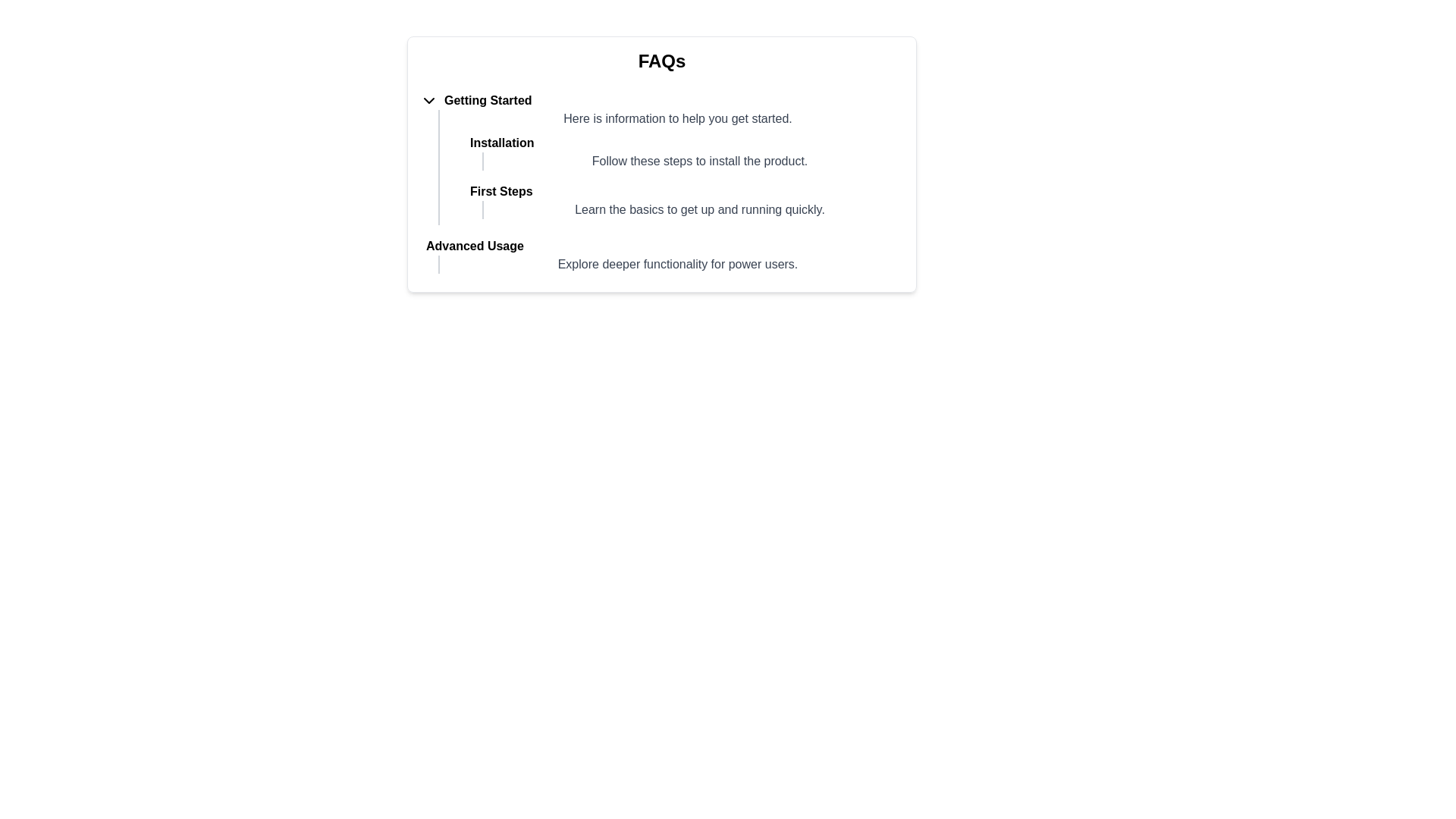 The width and height of the screenshot is (1456, 819). What do you see at coordinates (662, 245) in the screenshot?
I see `the text label element located in the FAQs section` at bounding box center [662, 245].